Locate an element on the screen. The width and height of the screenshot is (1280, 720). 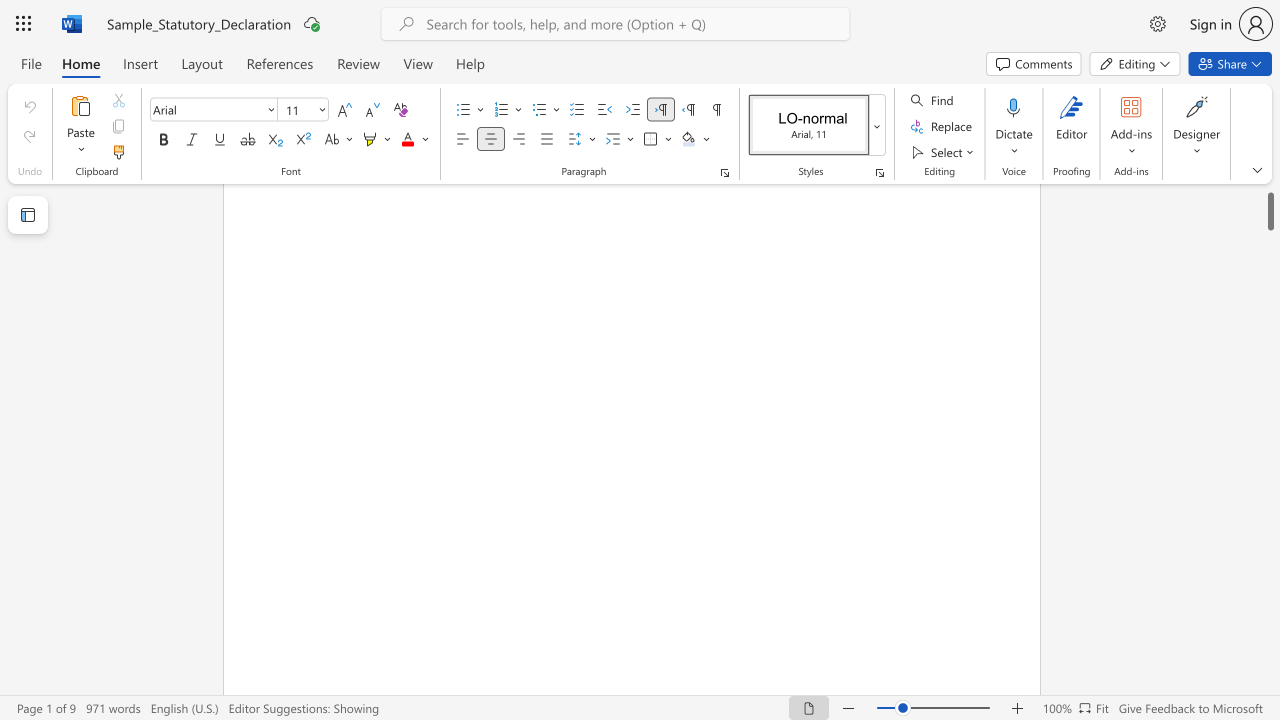
the scrollbar and move down 2520 pixels is located at coordinates (1269, 200).